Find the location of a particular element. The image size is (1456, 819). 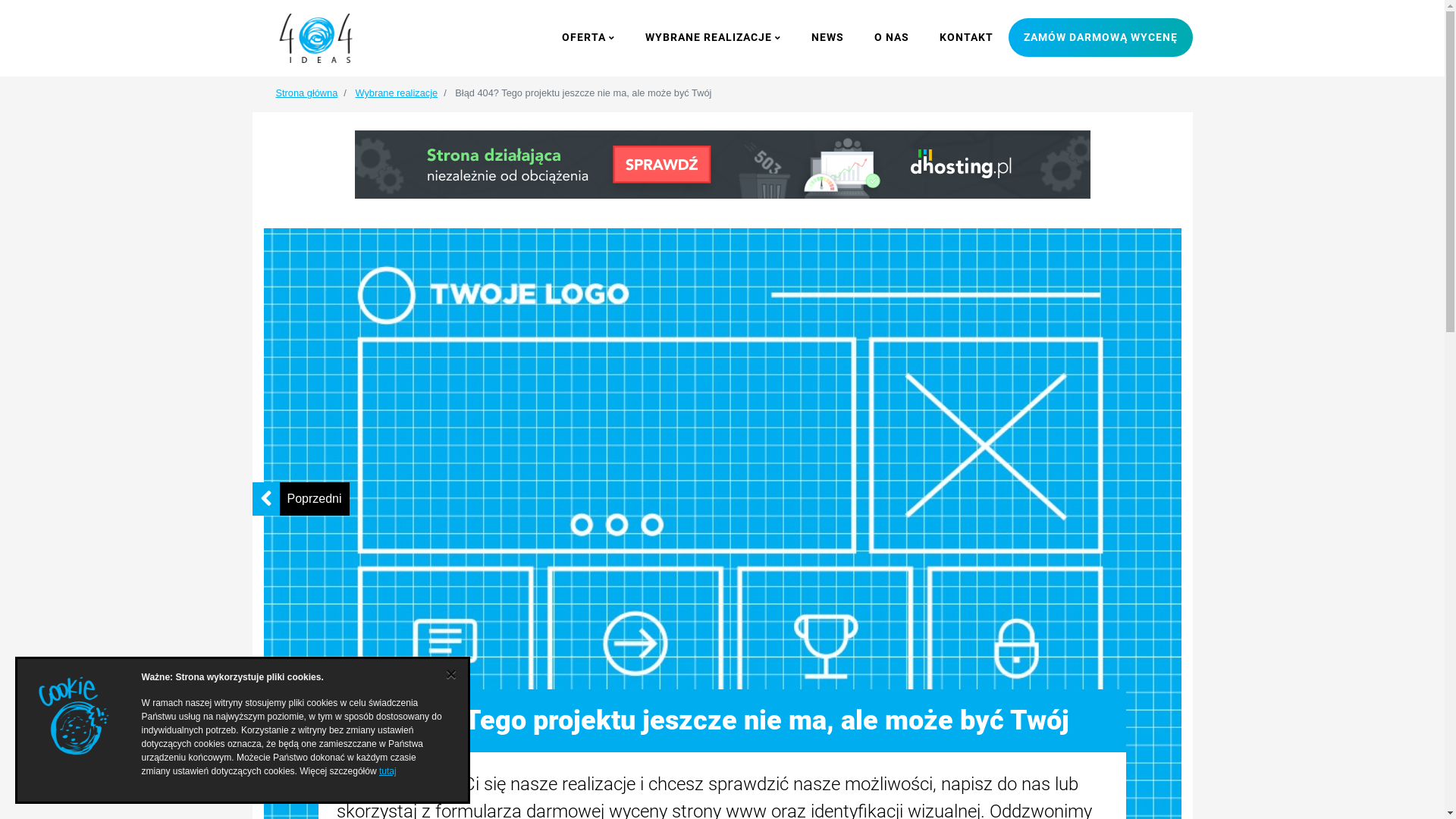

'WYBRANE REALIZACJE' is located at coordinates (711, 36).